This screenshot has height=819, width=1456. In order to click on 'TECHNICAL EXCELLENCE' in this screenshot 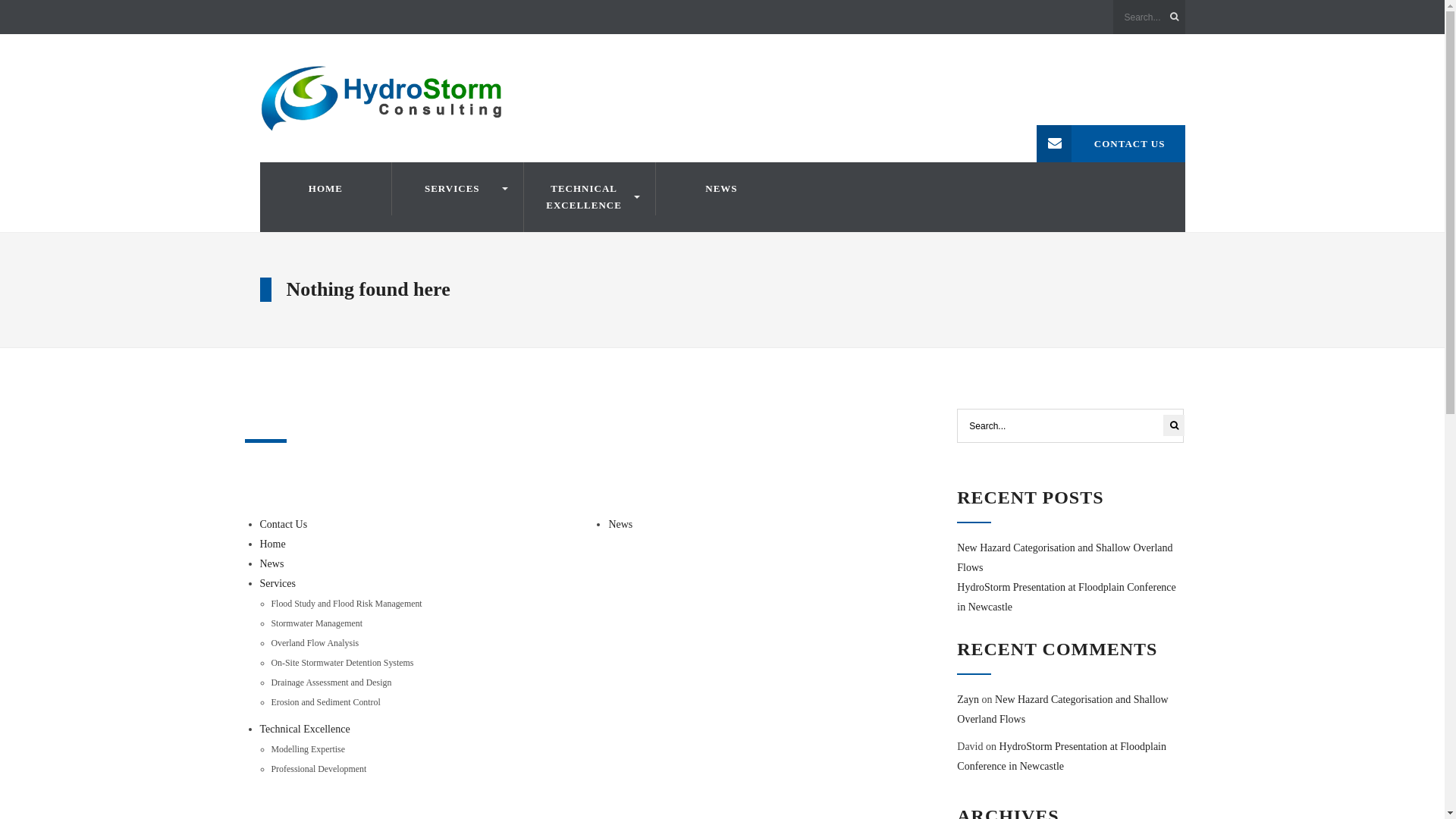, I will do `click(538, 196)`.